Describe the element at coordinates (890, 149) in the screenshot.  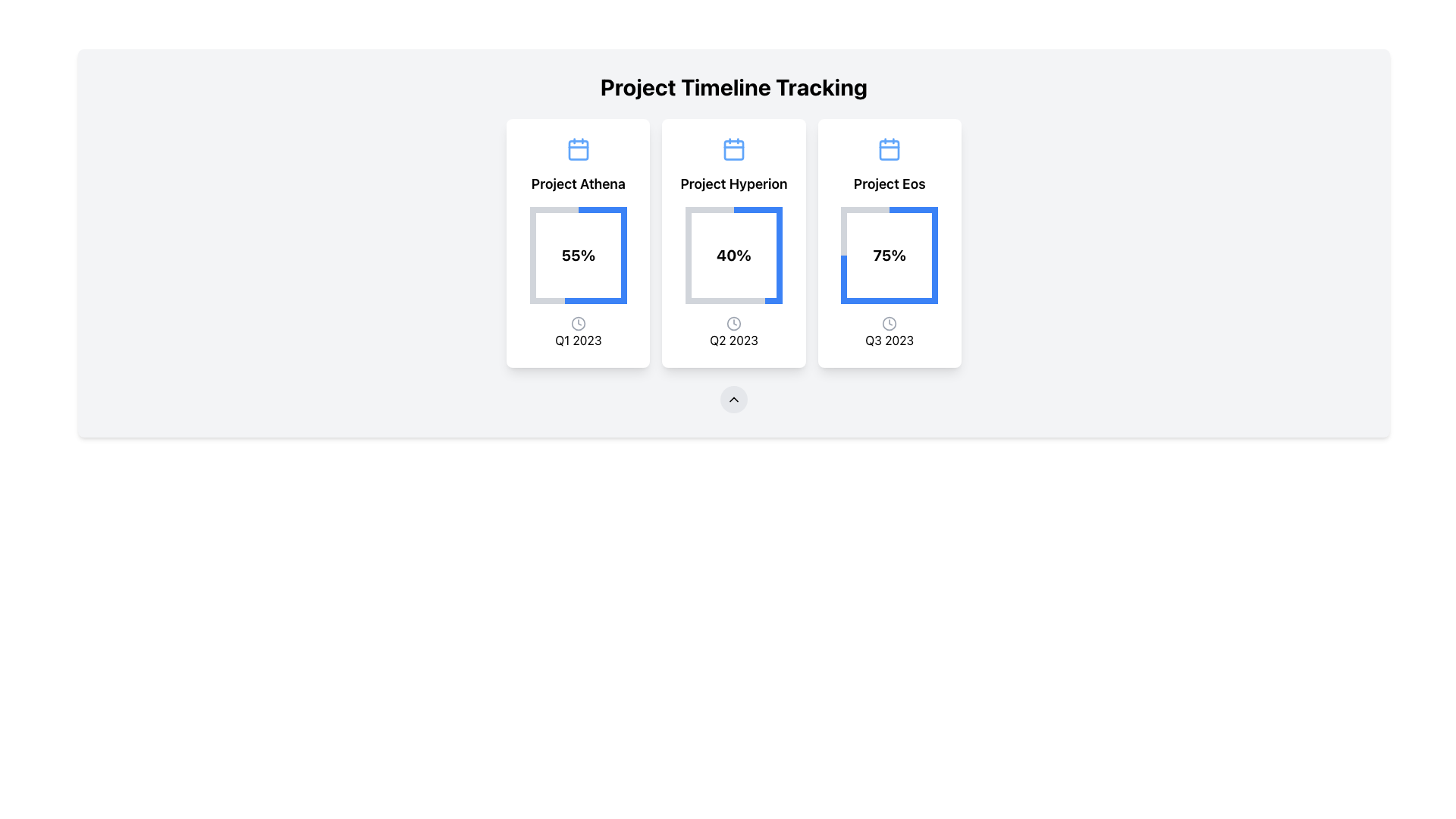
I see `the calendar icon located at the top of the 'Project Eos' card, which is in the rightmost column of a three-column layout` at that location.